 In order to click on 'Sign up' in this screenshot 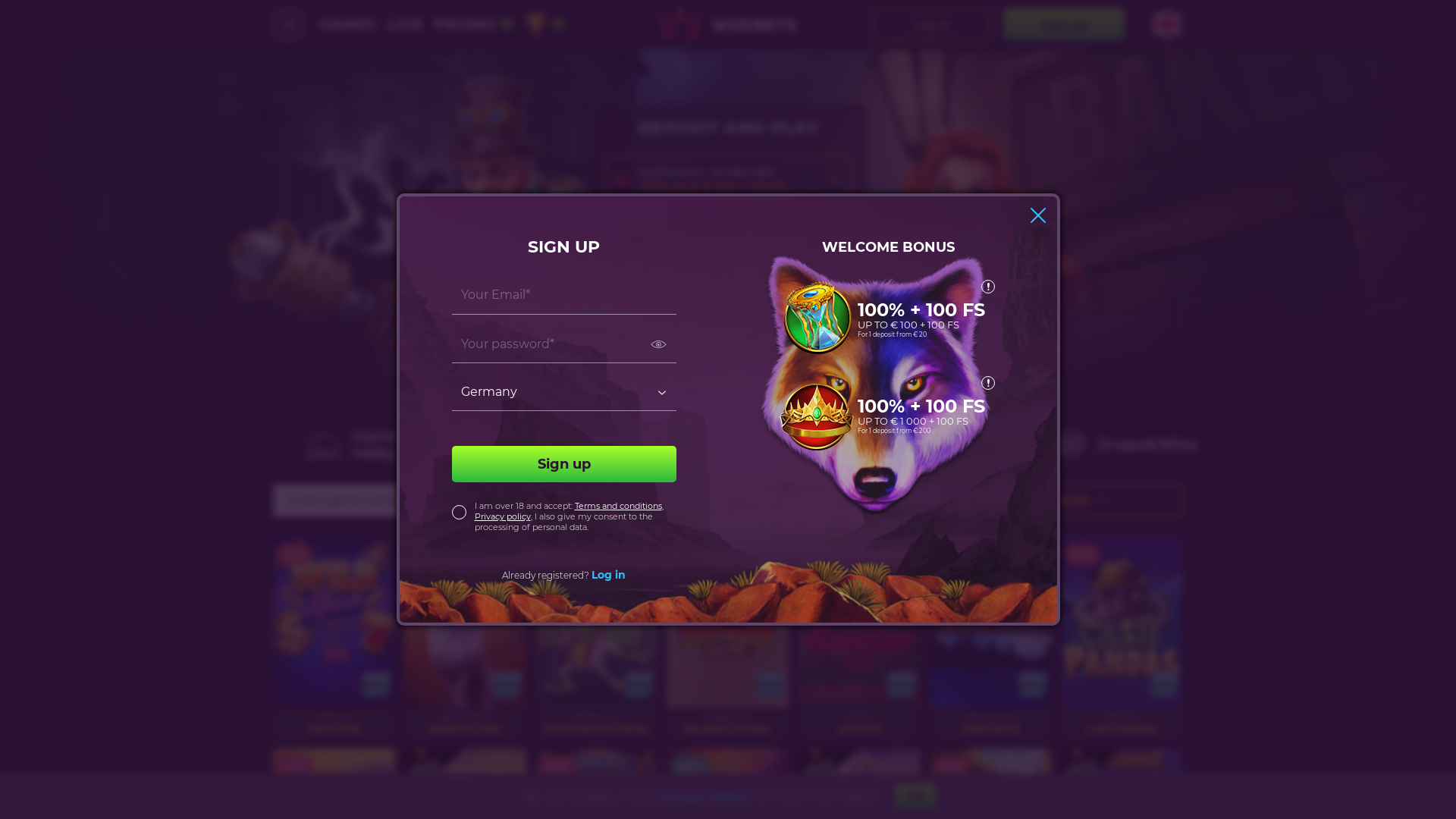, I will do `click(563, 463)`.